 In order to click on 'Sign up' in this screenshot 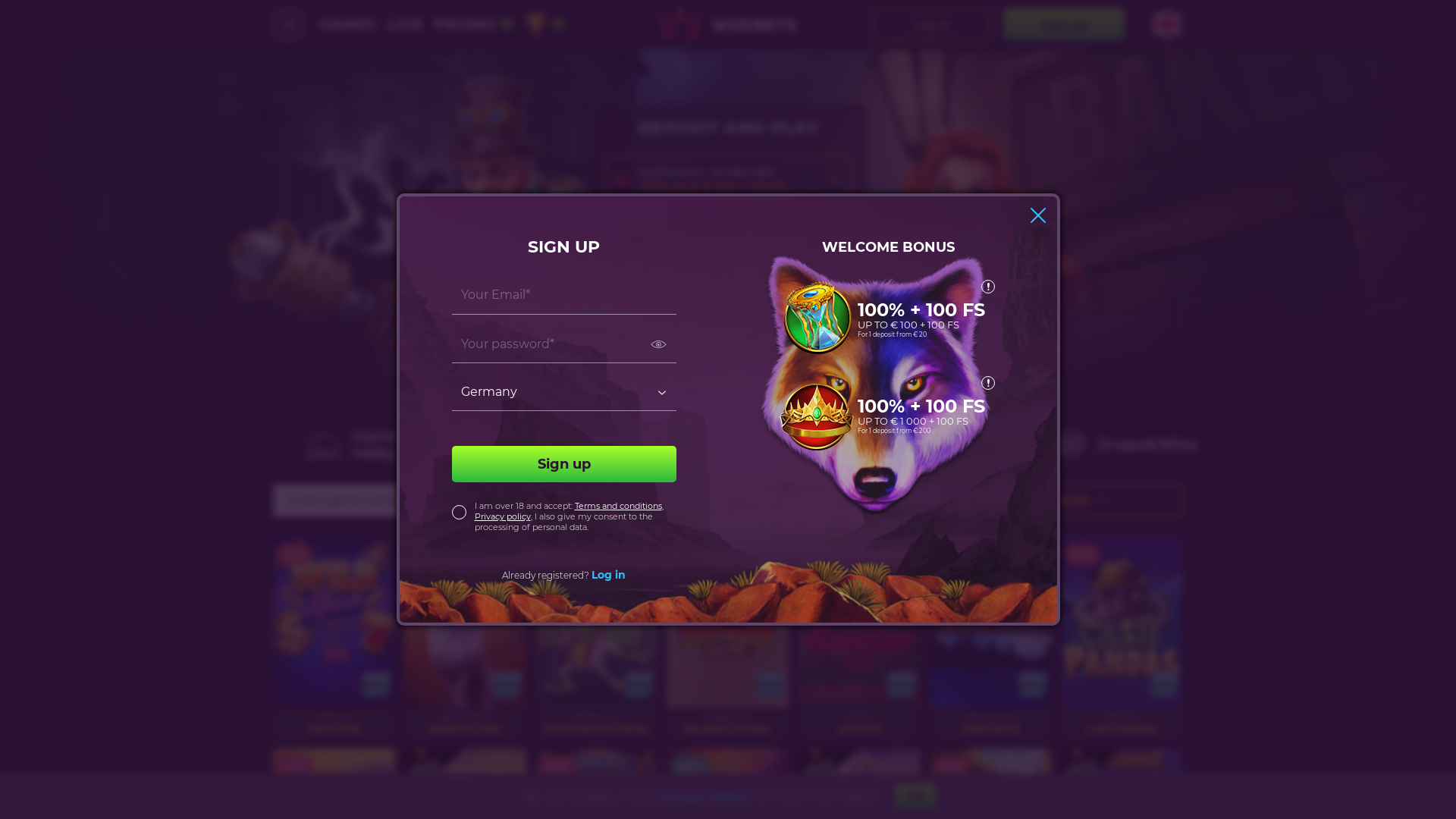, I will do `click(563, 463)`.